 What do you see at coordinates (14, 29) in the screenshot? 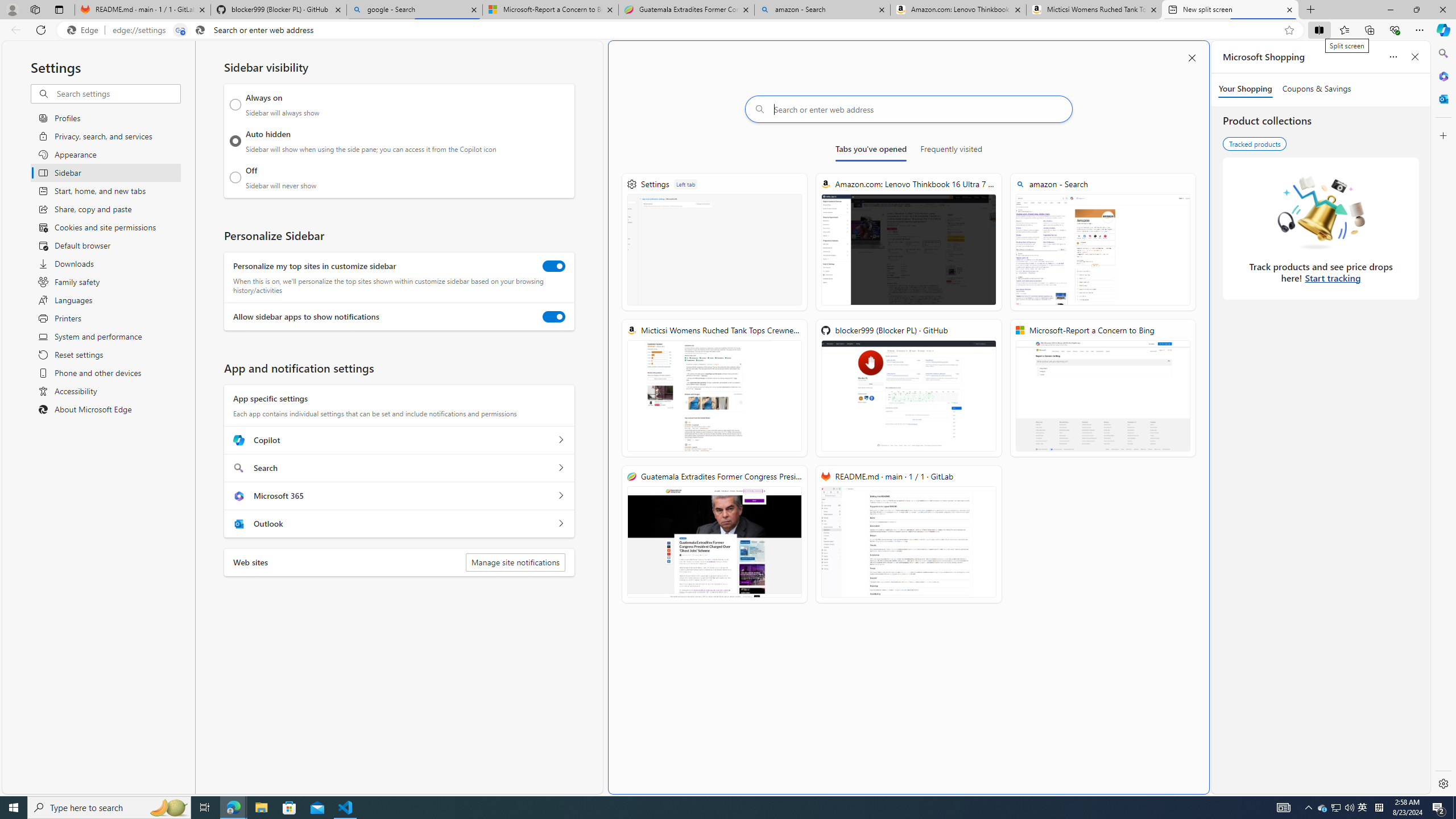
I see `'Back'` at bounding box center [14, 29].